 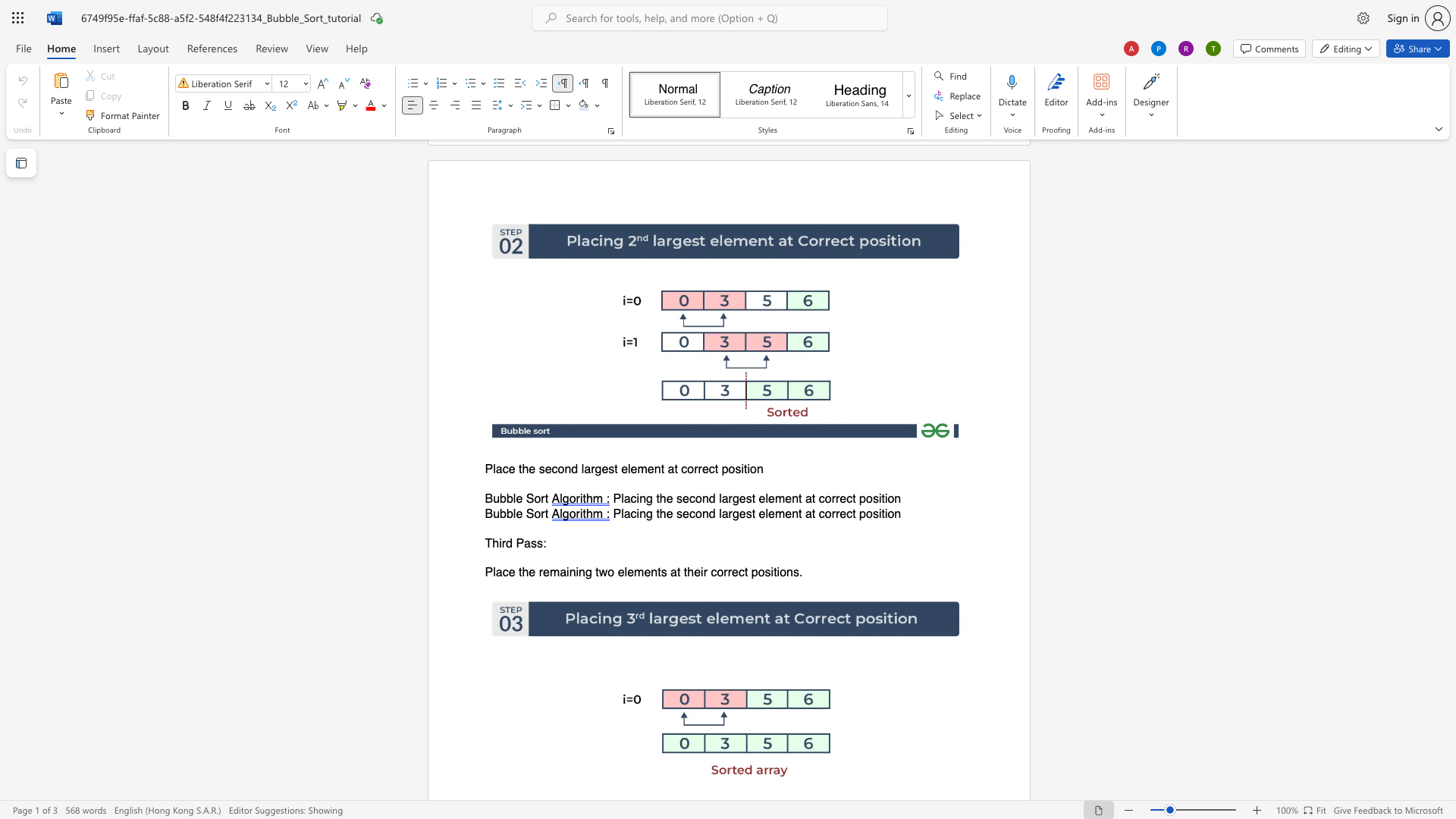 What do you see at coordinates (496, 499) in the screenshot?
I see `the 1th character "u" in the text` at bounding box center [496, 499].